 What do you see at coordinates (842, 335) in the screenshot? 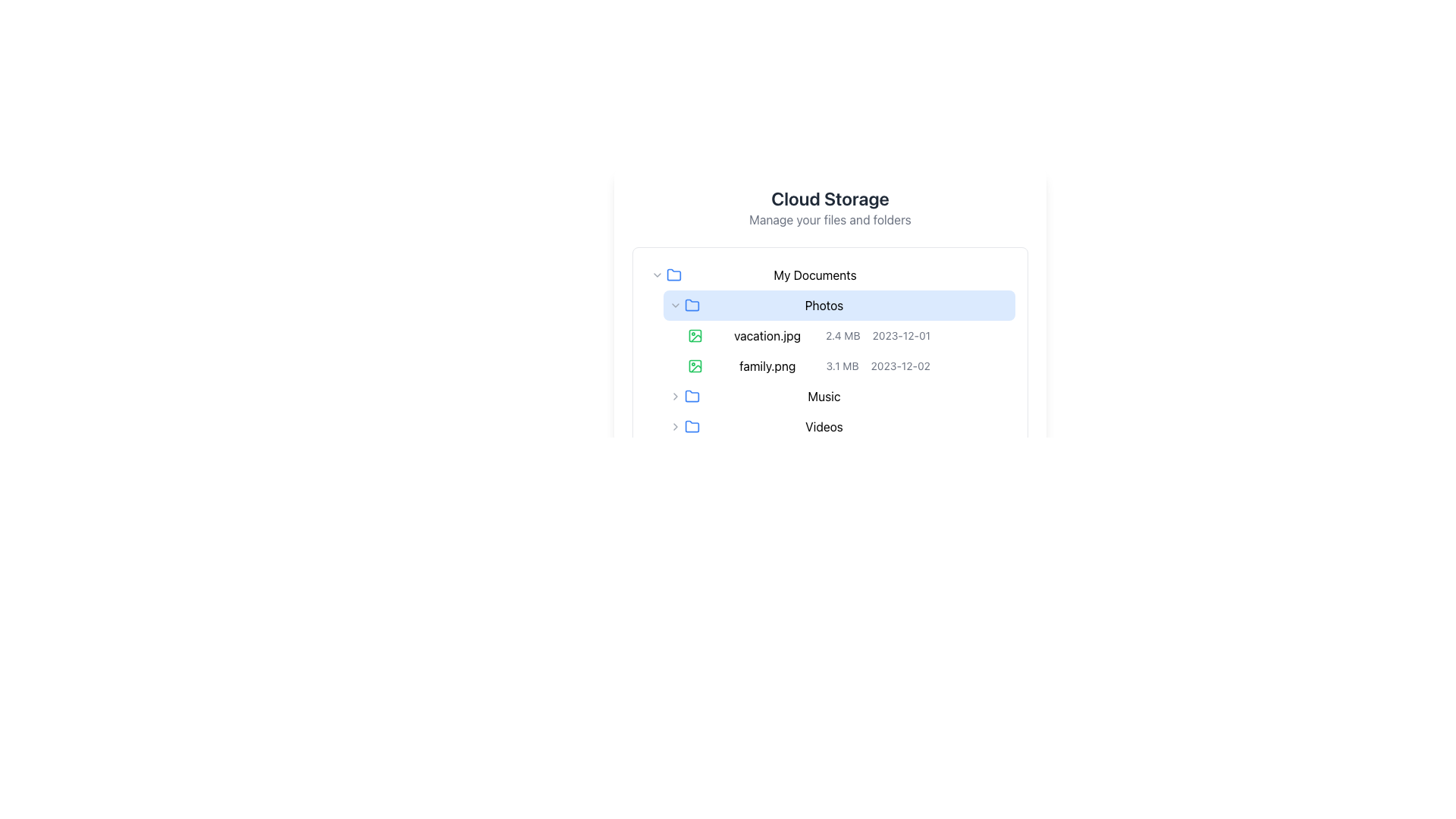
I see `the text label element displaying '2.4 MB', which is located to the right of the file name 'vacation.jpg' in the table-like display of the file manager` at bounding box center [842, 335].